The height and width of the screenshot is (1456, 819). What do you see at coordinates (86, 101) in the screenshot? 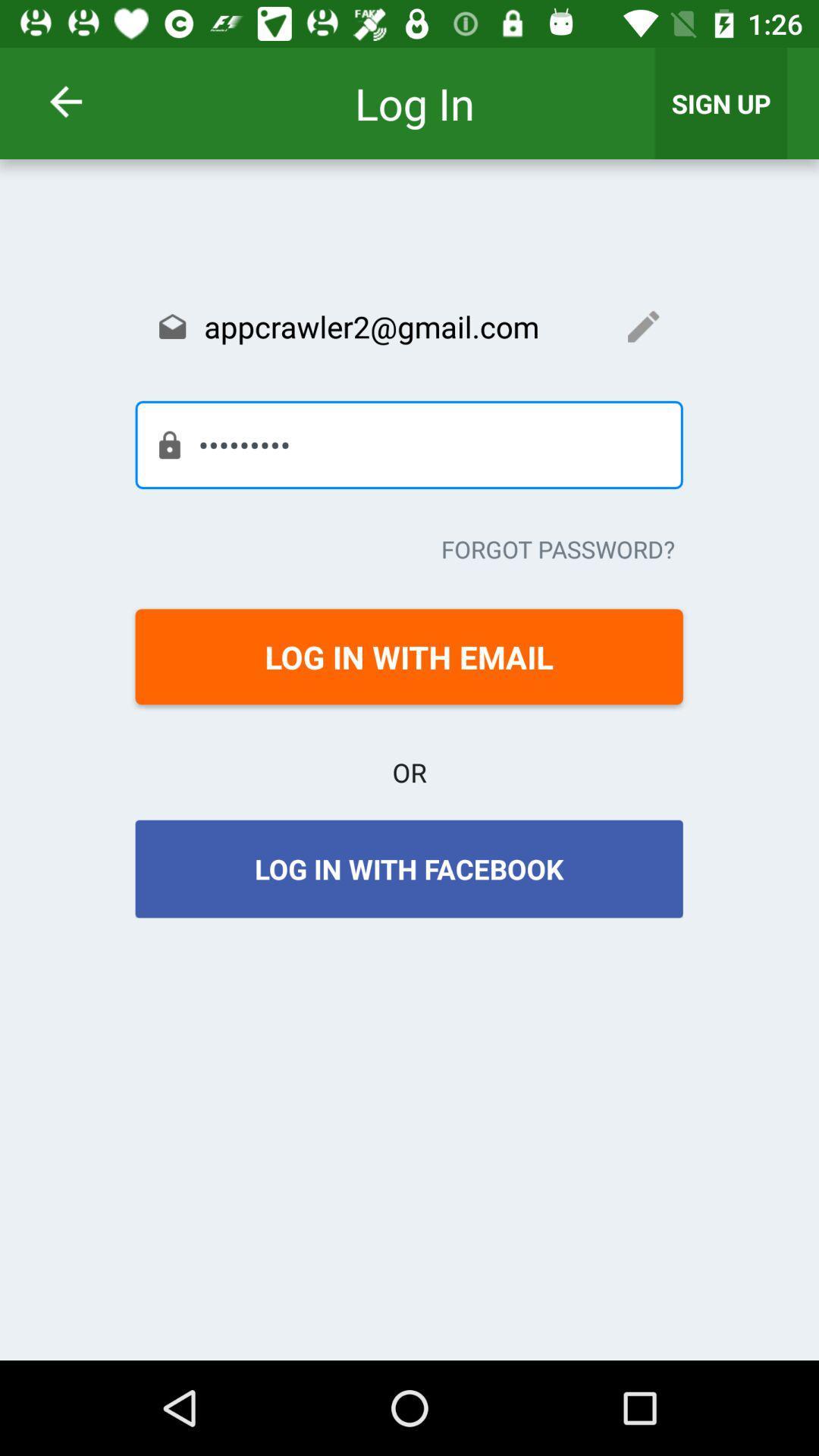
I see `item above the appcrawler2@gmail.com` at bounding box center [86, 101].